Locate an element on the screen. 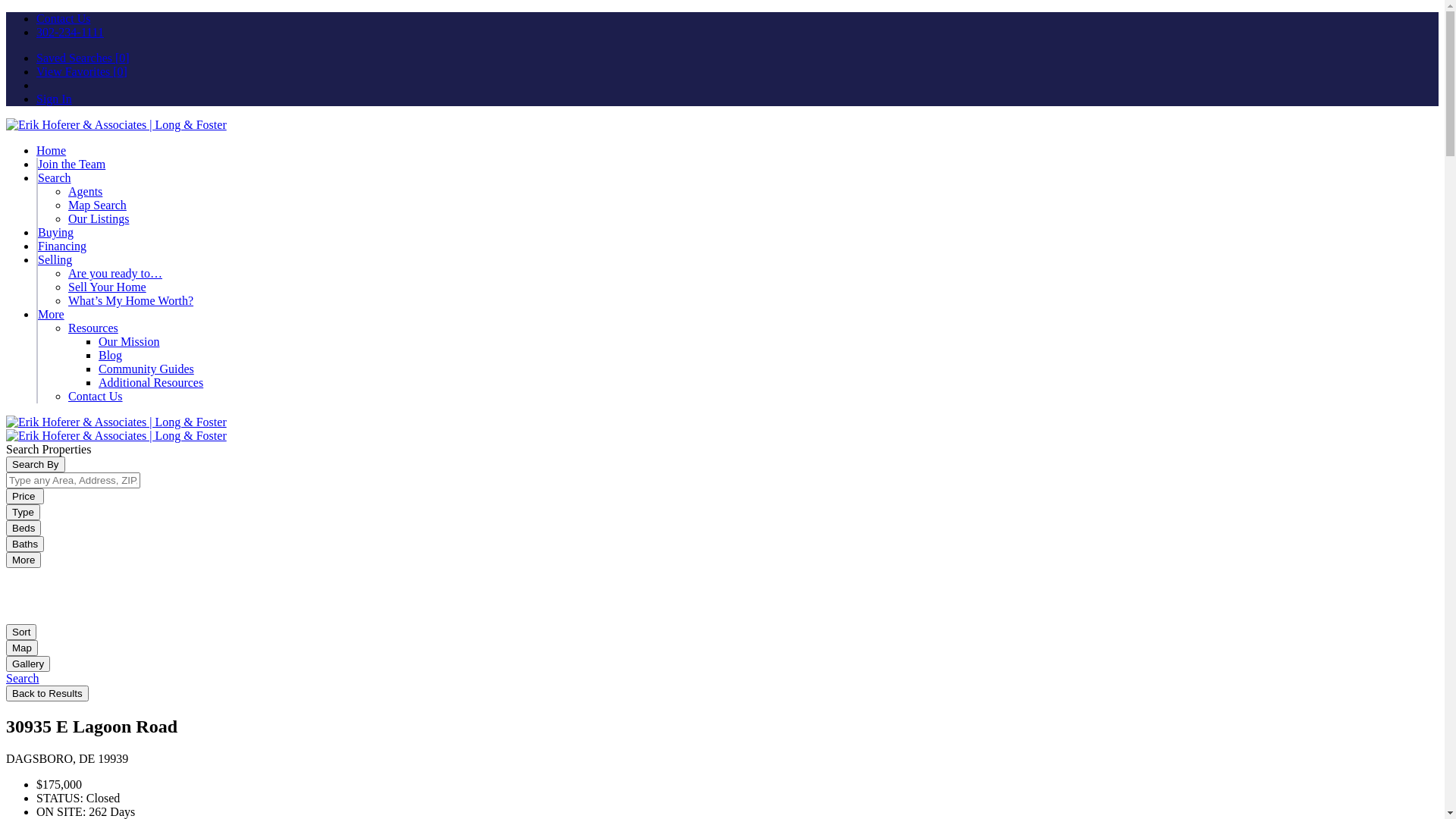 The image size is (1456, 819). 'More' is located at coordinates (51, 313).